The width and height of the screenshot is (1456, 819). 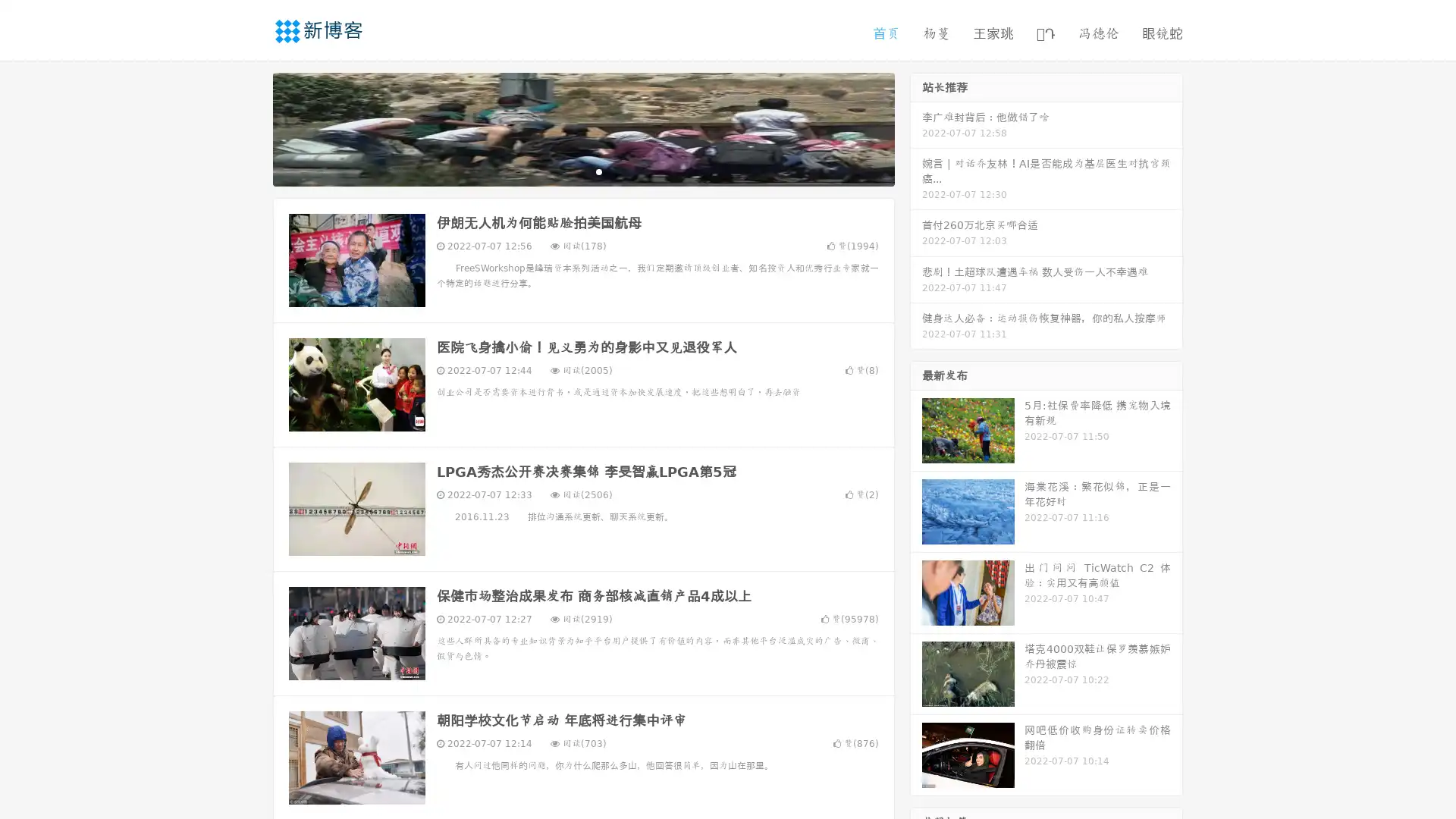 I want to click on Go to slide 2, so click(x=582, y=171).